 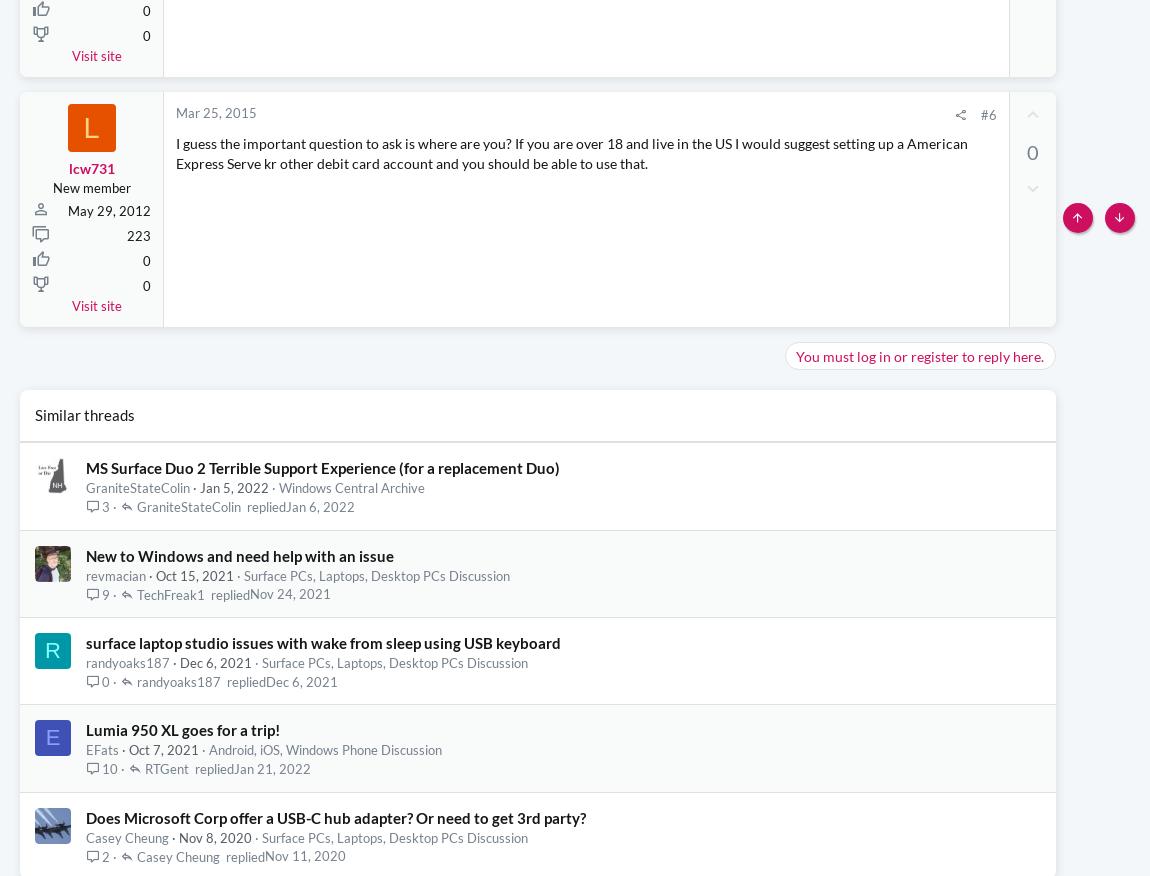 What do you see at coordinates (1010, 155) in the screenshot?
I see `'24 minutes ago'` at bounding box center [1010, 155].